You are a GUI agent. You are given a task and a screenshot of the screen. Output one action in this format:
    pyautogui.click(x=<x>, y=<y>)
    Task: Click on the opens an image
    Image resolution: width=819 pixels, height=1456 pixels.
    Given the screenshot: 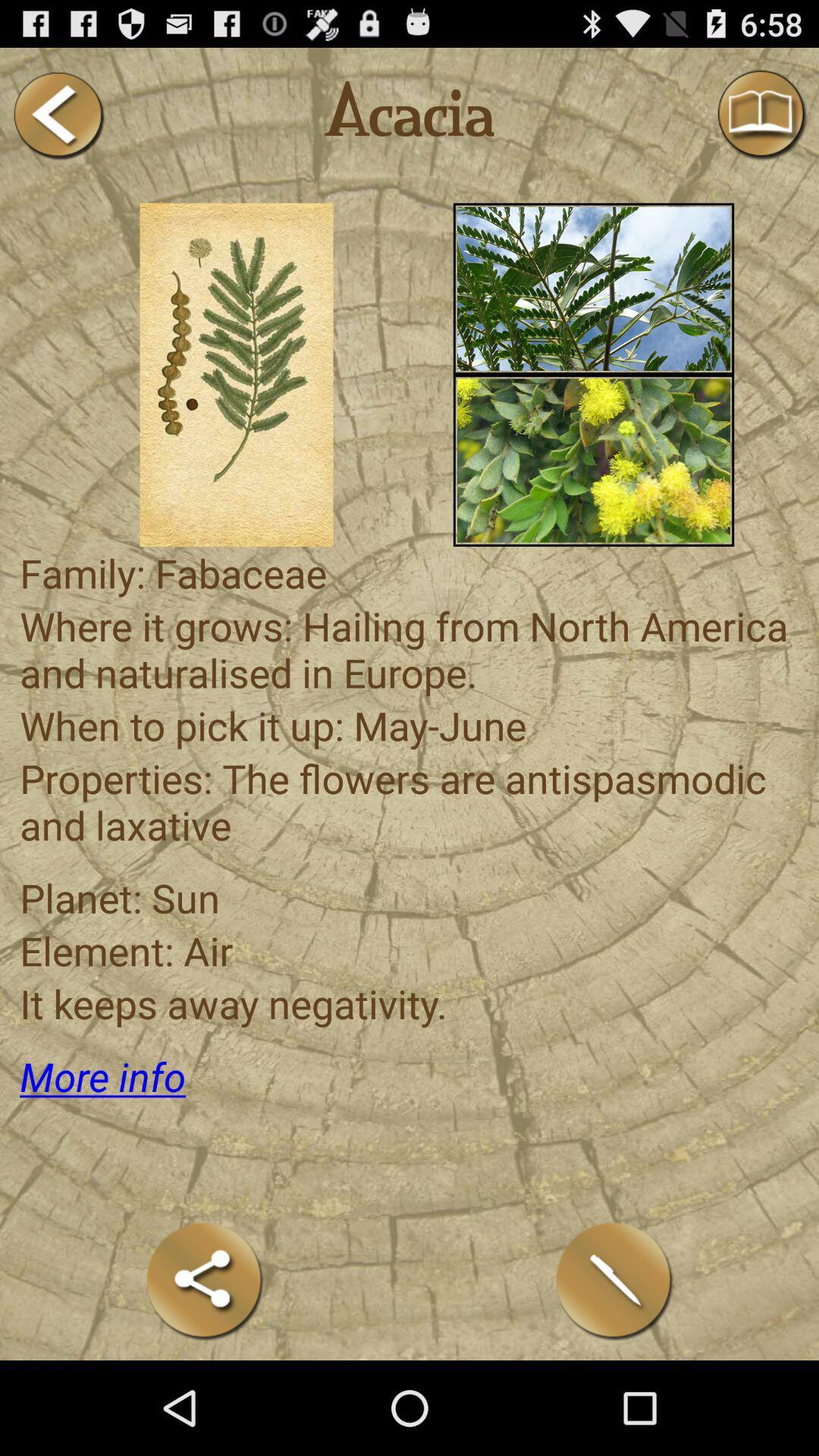 What is the action you would take?
    pyautogui.click(x=237, y=375)
    